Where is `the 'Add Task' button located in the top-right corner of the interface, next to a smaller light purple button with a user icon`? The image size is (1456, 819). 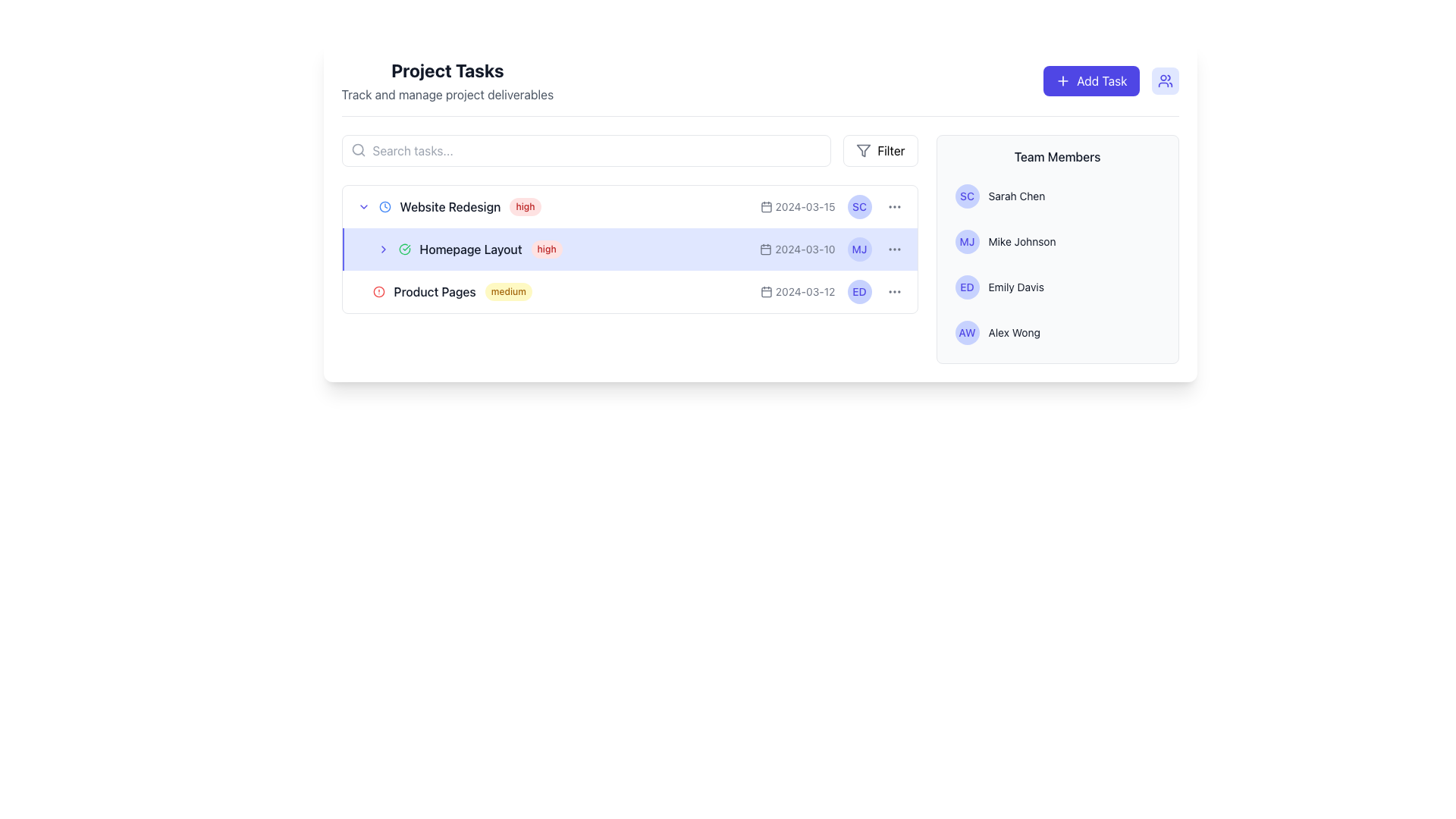
the 'Add Task' button located in the top-right corner of the interface, next to a smaller light purple button with a user icon is located at coordinates (1111, 81).